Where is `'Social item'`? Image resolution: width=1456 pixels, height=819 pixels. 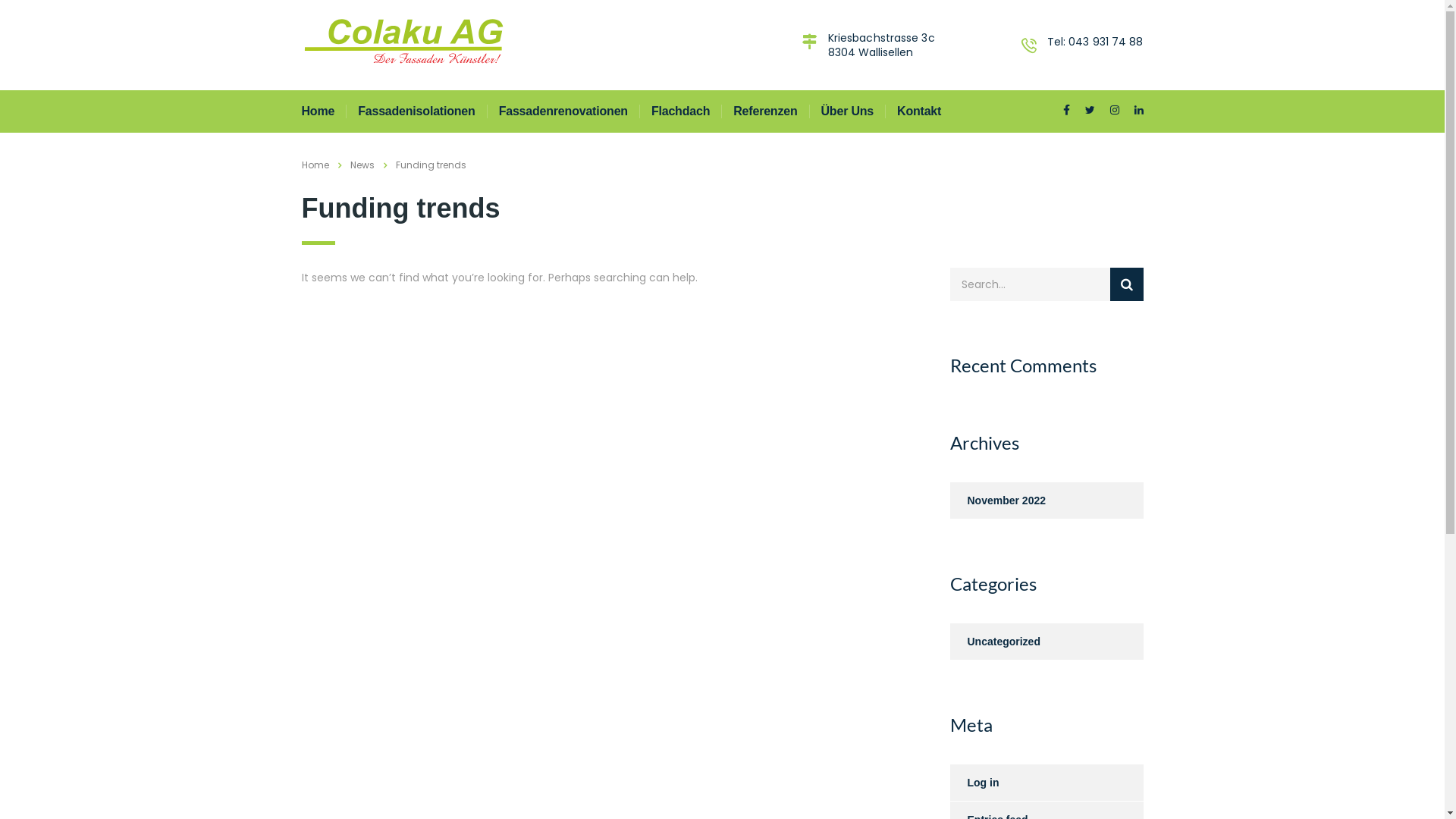 'Social item' is located at coordinates (1139, 110).